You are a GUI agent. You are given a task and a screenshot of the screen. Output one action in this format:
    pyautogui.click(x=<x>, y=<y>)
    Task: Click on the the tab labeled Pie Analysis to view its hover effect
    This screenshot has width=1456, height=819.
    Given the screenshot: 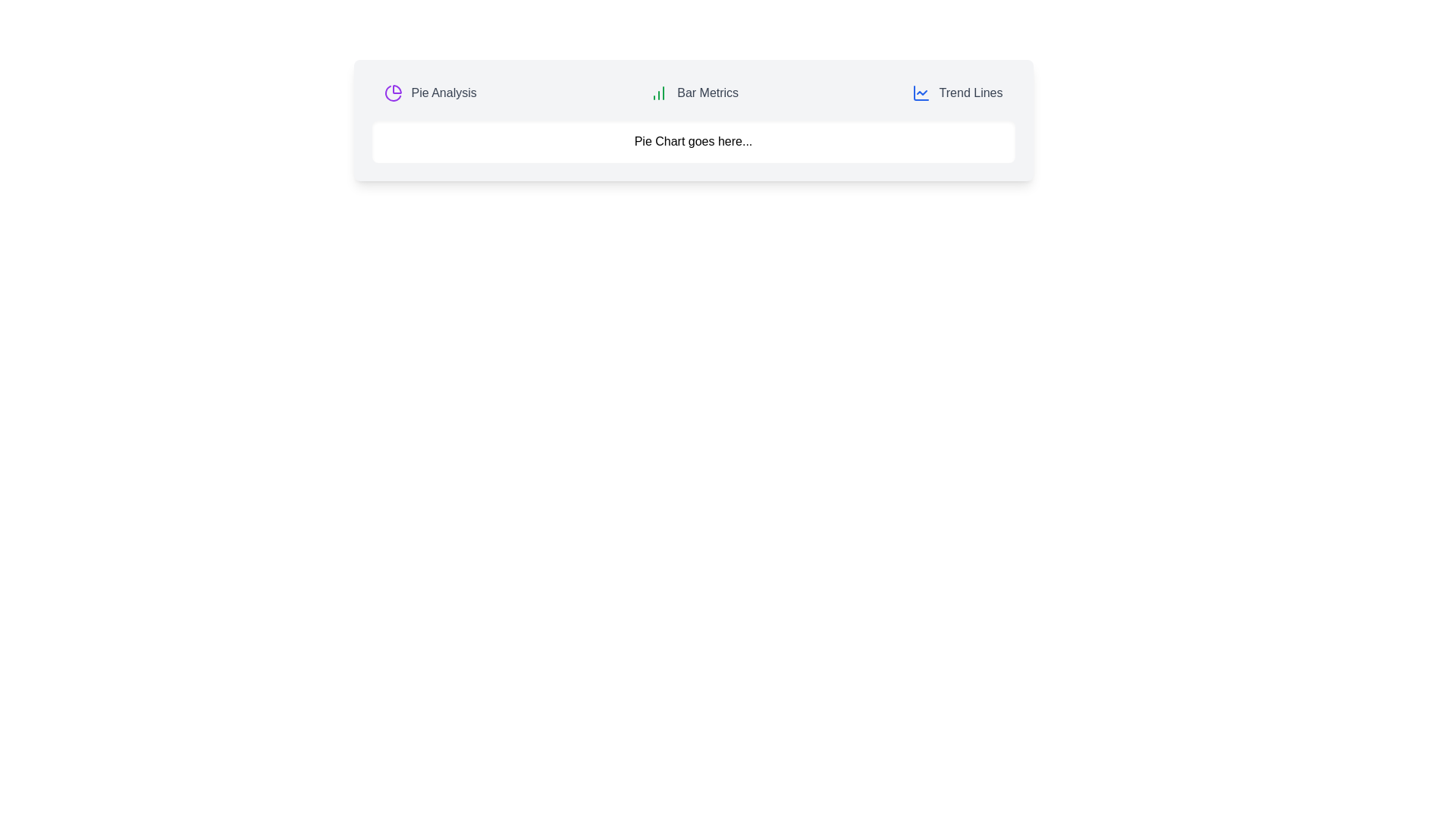 What is the action you would take?
    pyautogui.click(x=429, y=93)
    